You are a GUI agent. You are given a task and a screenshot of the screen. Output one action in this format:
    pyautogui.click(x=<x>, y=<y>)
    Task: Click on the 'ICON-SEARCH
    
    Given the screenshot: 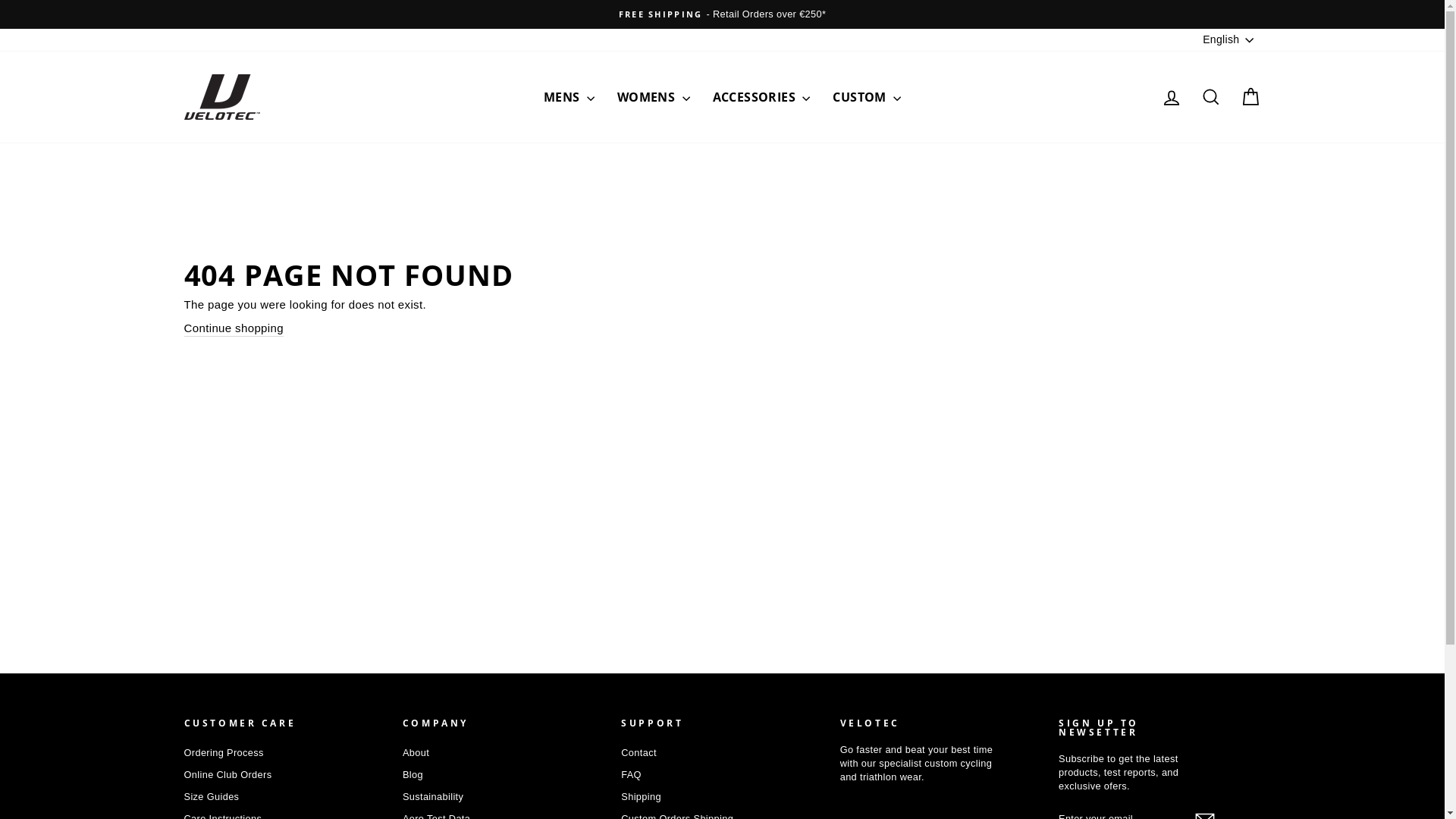 What is the action you would take?
    pyautogui.click(x=1210, y=96)
    